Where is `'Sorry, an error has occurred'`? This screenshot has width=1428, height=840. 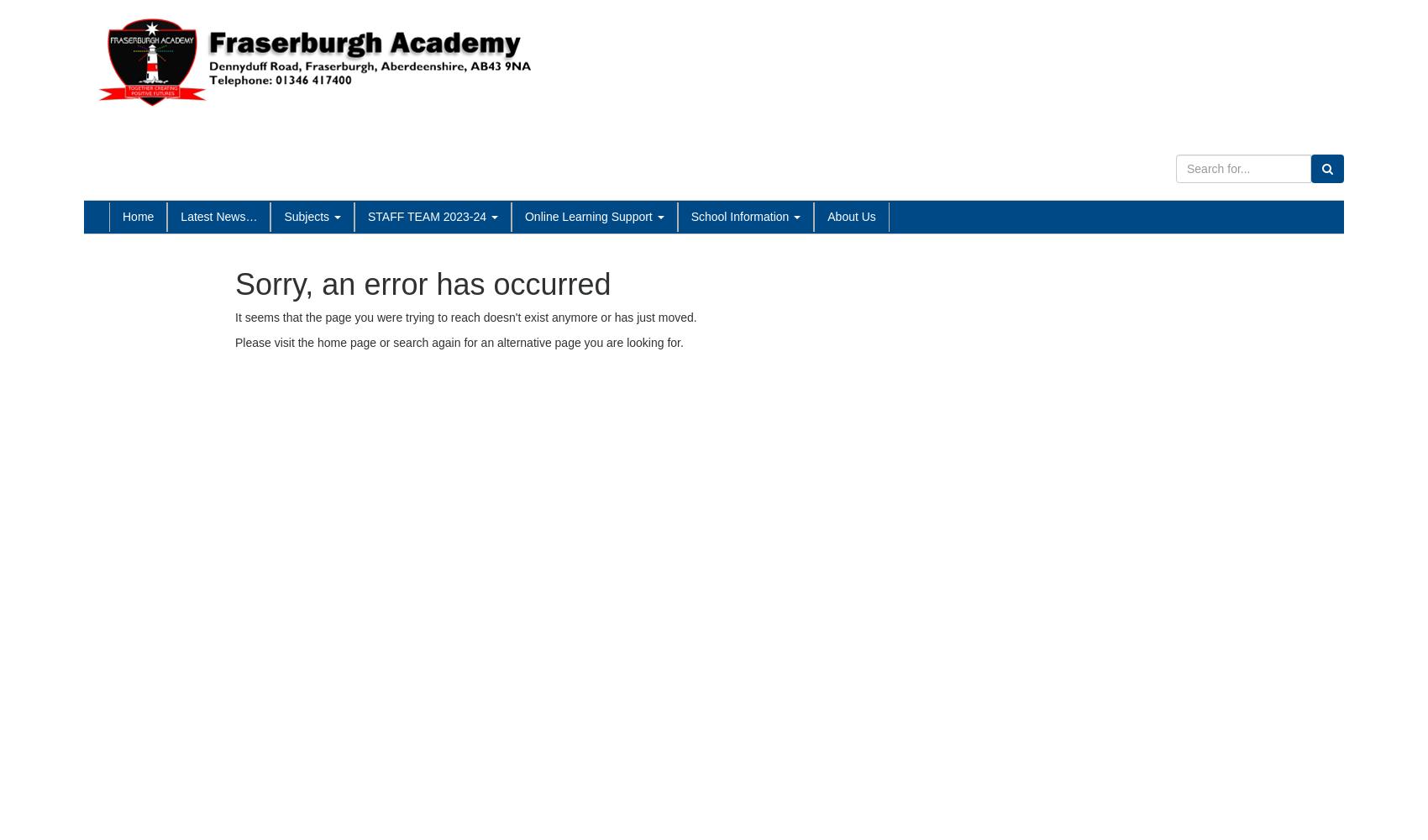 'Sorry, an error has occurred' is located at coordinates (423, 282).